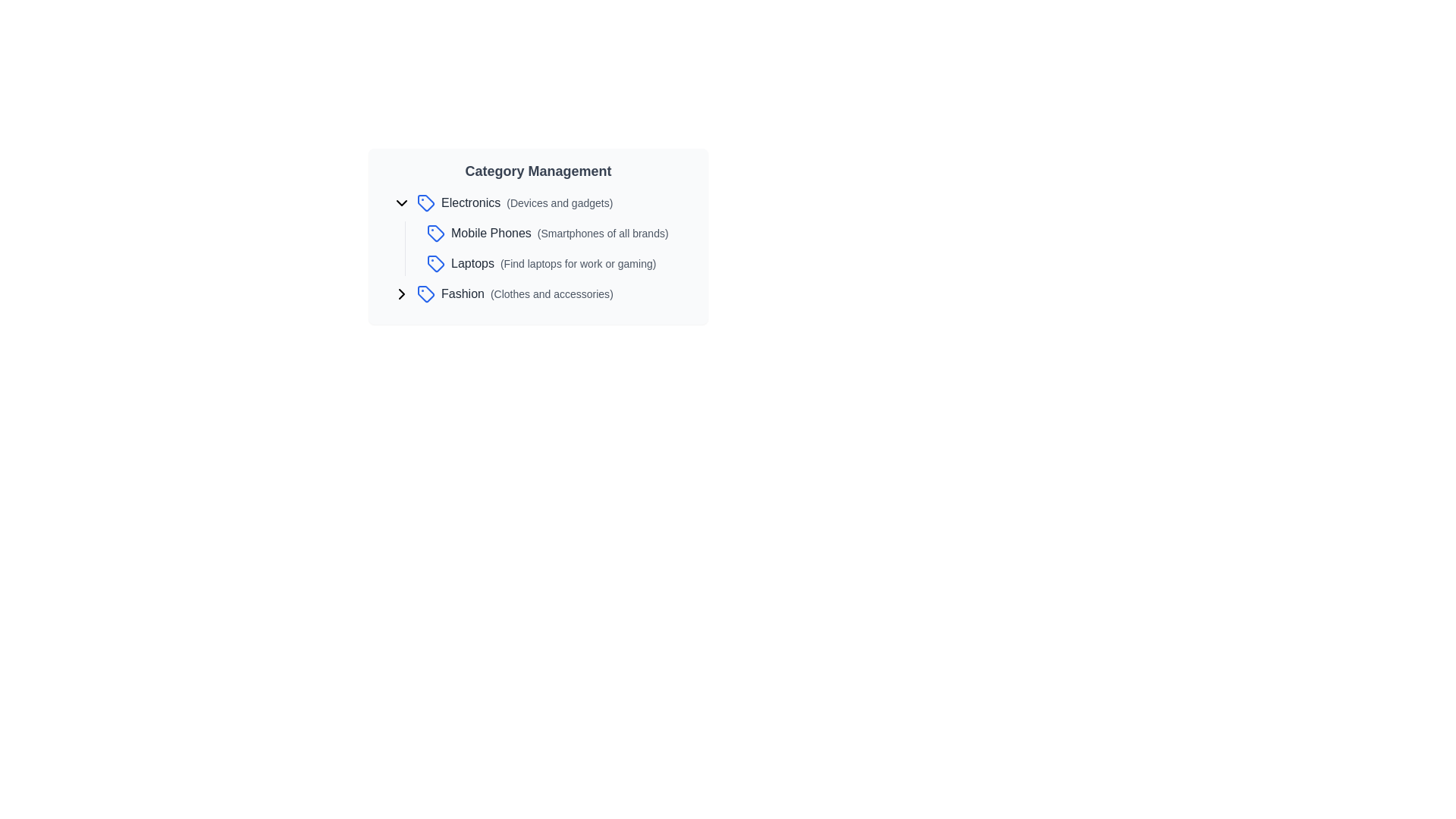 The width and height of the screenshot is (1456, 819). Describe the element at coordinates (435, 262) in the screenshot. I see `the blue tag icon located to the left of the text 'Laptops' in the list item labeled 'Laptops (Find laptops for work or gaming)'` at that location.